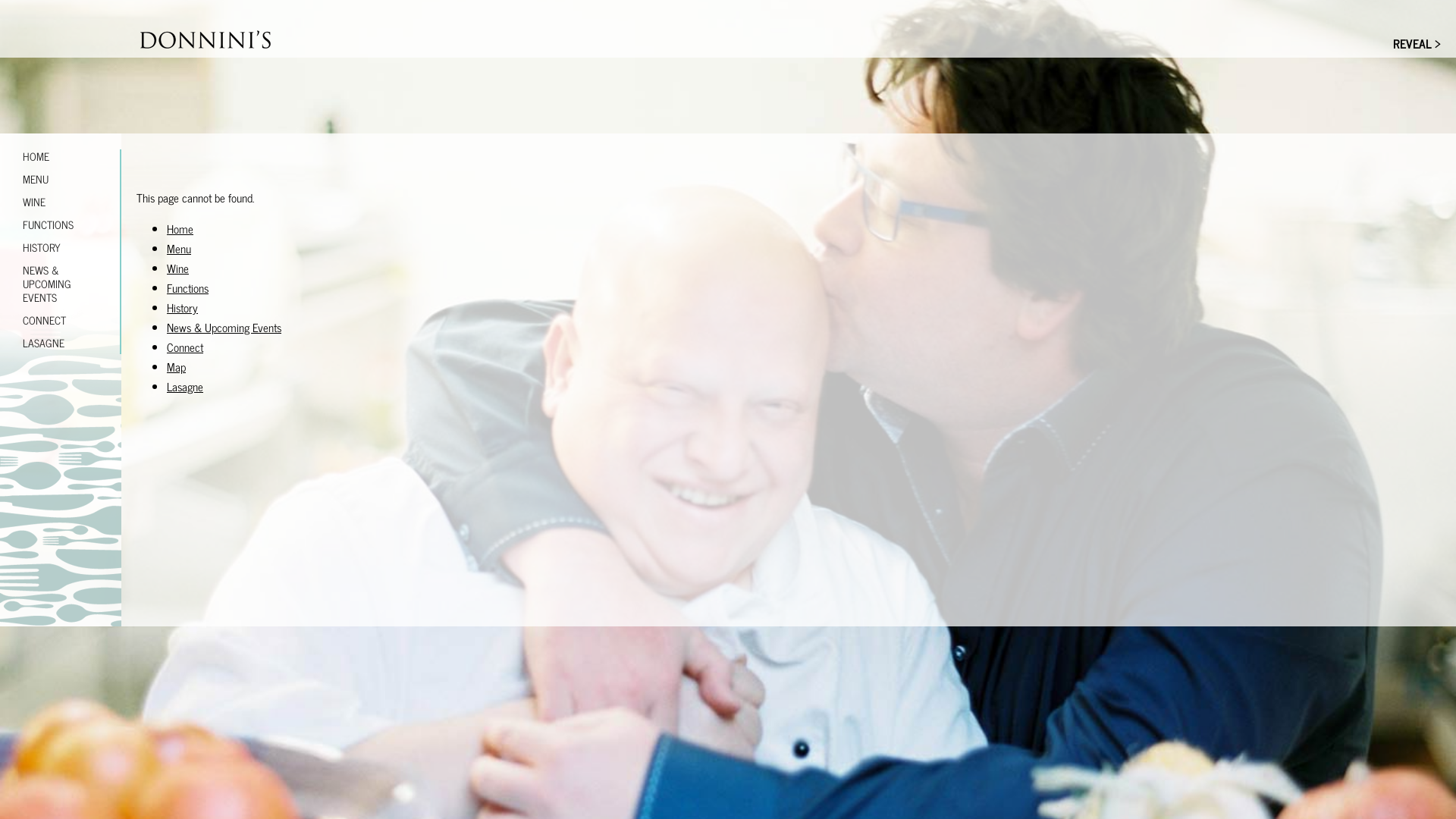 Image resolution: width=1456 pixels, height=819 pixels. Describe the element at coordinates (61, 284) in the screenshot. I see `'NEWS & UPCOMING EVENTS'` at that location.